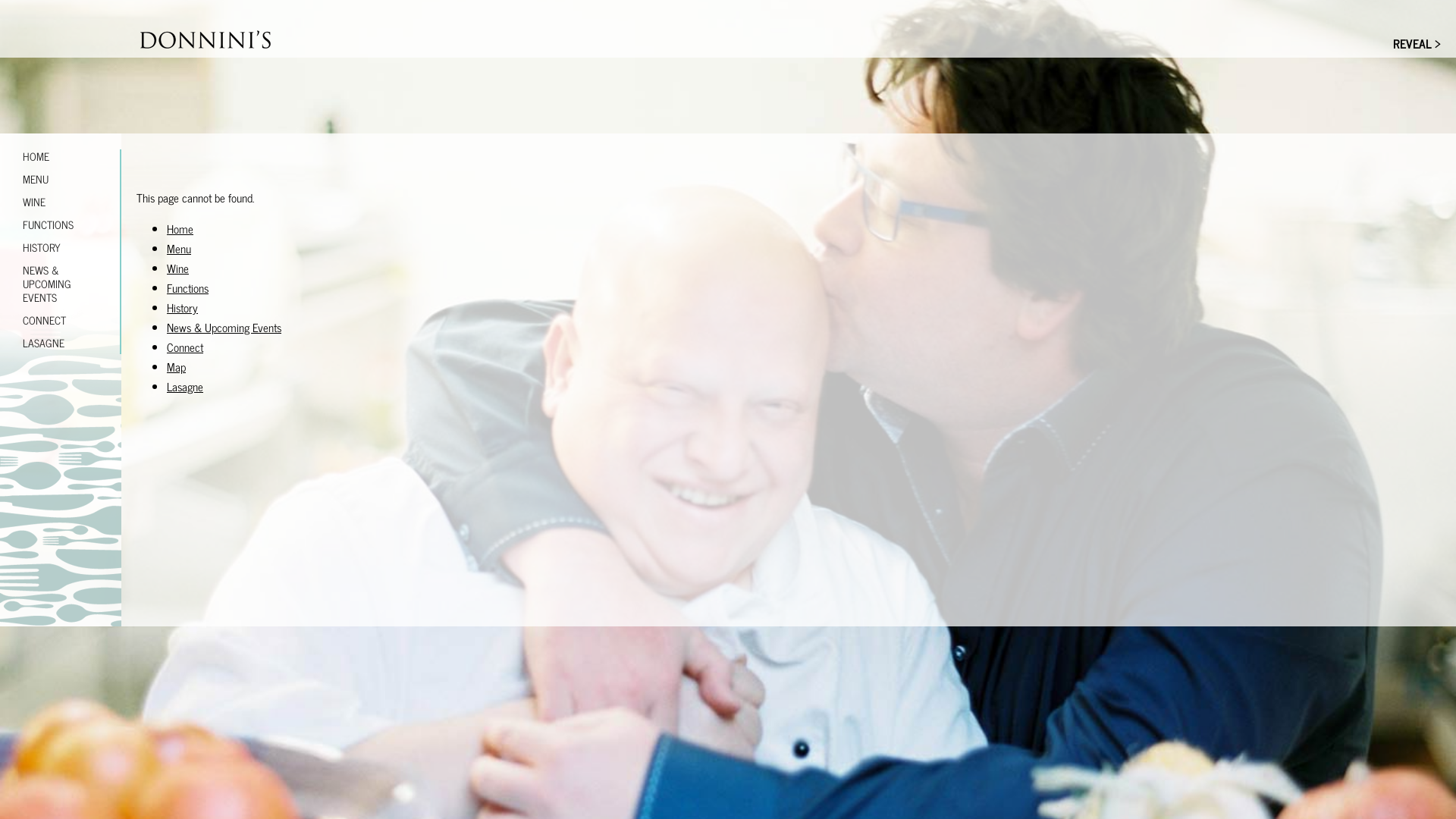 Image resolution: width=1456 pixels, height=819 pixels. Describe the element at coordinates (61, 284) in the screenshot. I see `'NEWS & UPCOMING EVENTS'` at that location.